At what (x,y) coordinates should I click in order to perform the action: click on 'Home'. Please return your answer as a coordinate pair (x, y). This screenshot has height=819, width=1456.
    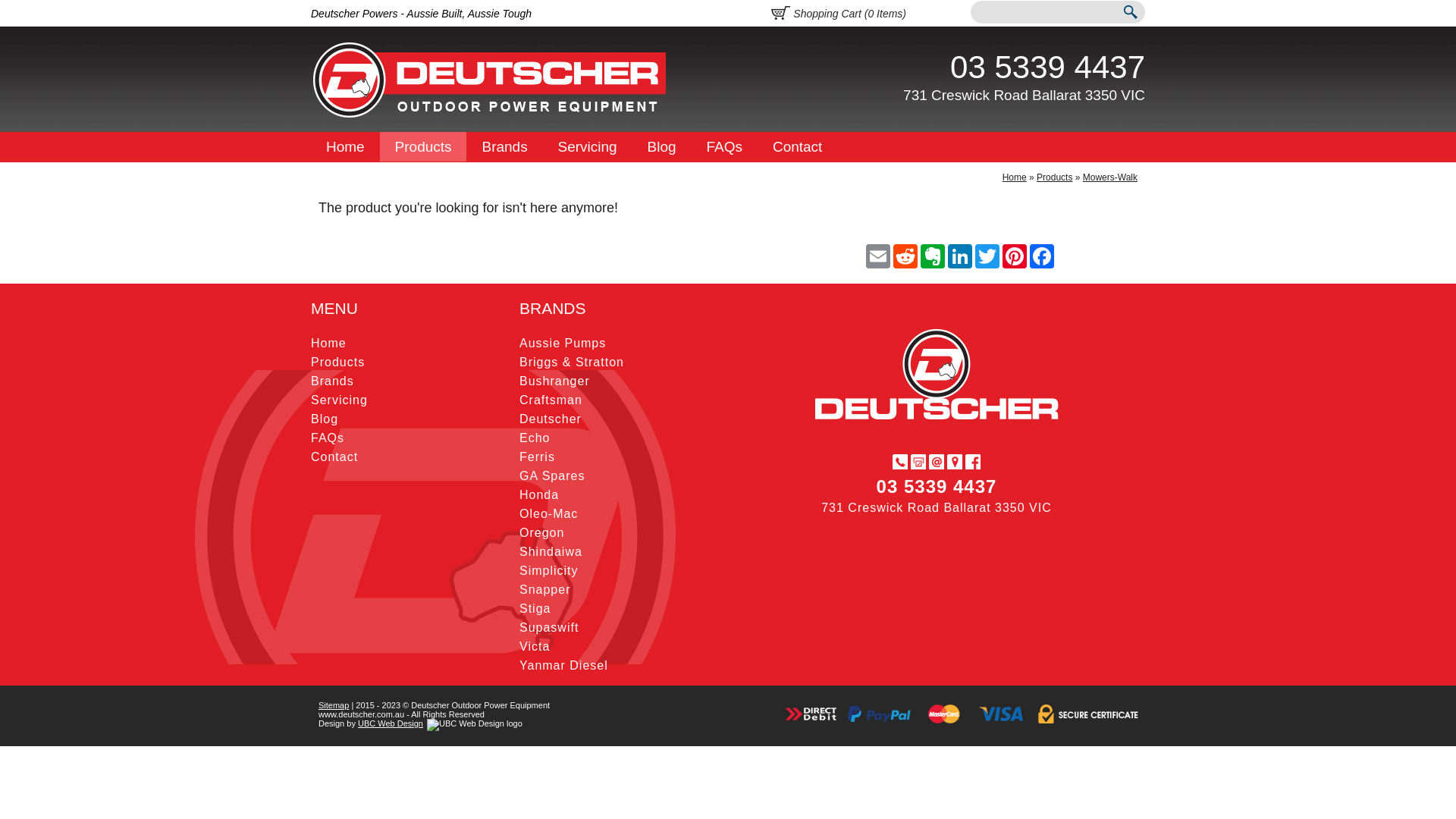
    Looking at the image, I should click on (1015, 177).